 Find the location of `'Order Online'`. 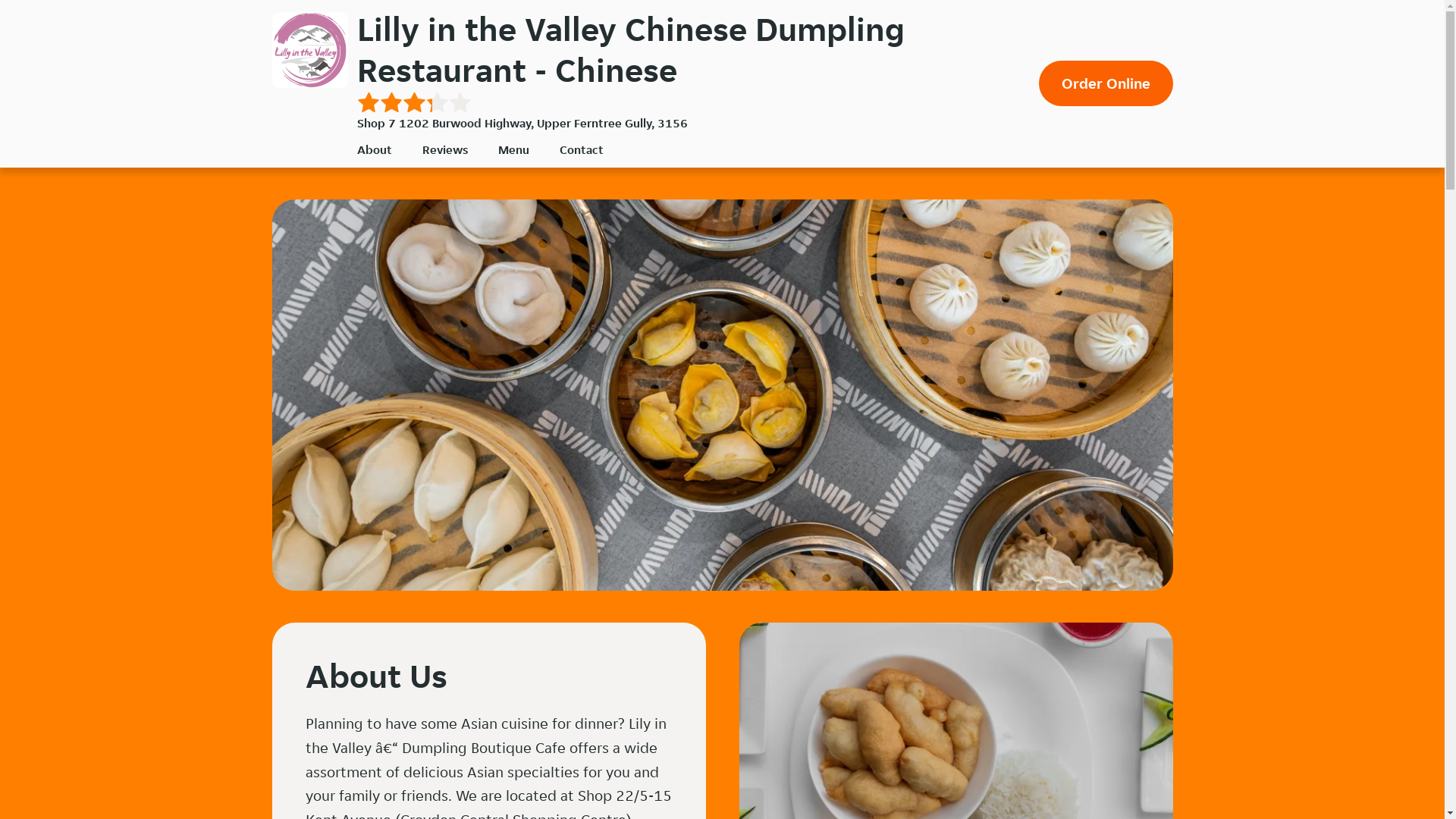

'Order Online' is located at coordinates (1106, 83).